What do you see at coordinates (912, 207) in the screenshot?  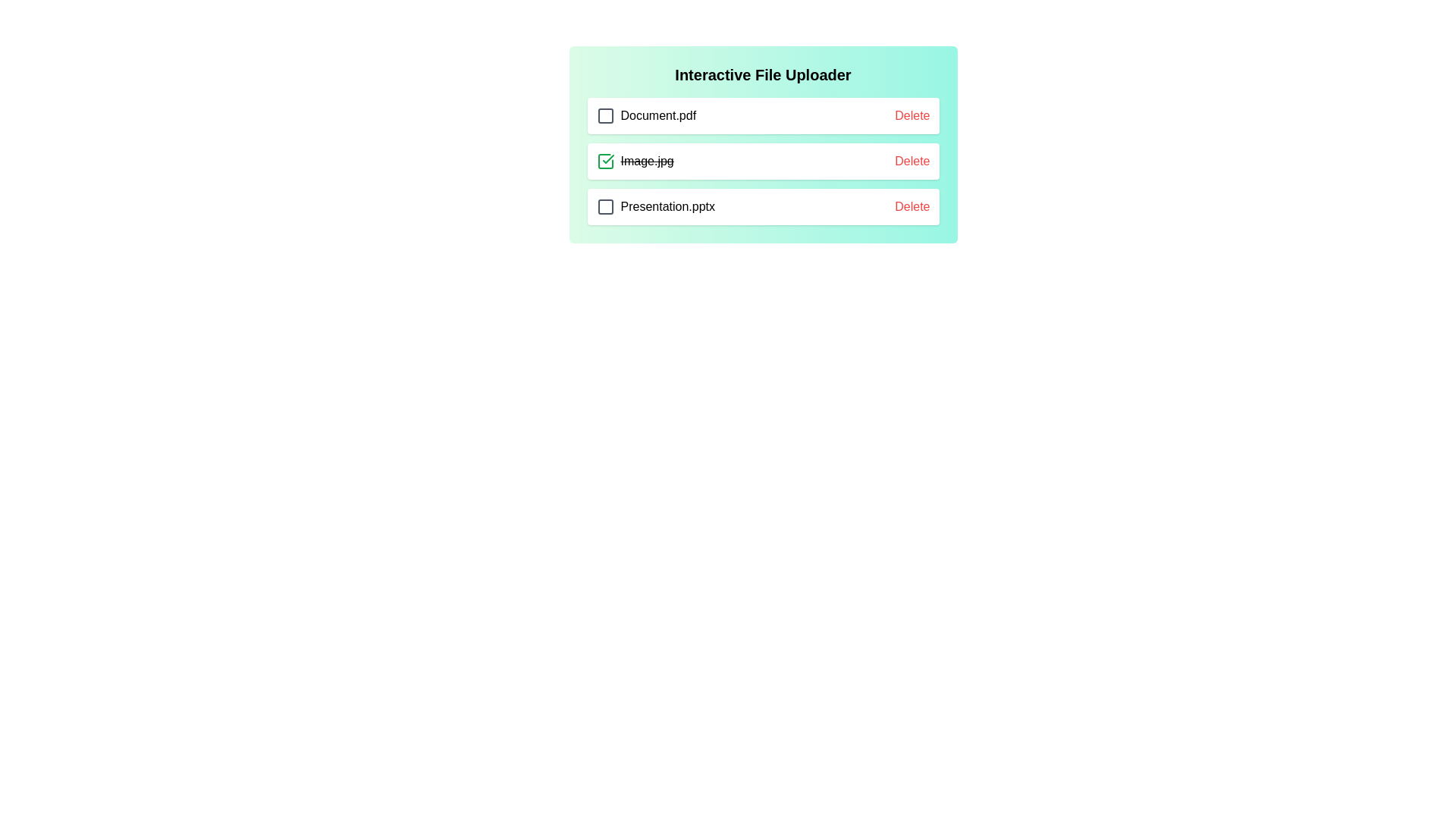 I see `delete button associated with Presentation.pptx` at bounding box center [912, 207].